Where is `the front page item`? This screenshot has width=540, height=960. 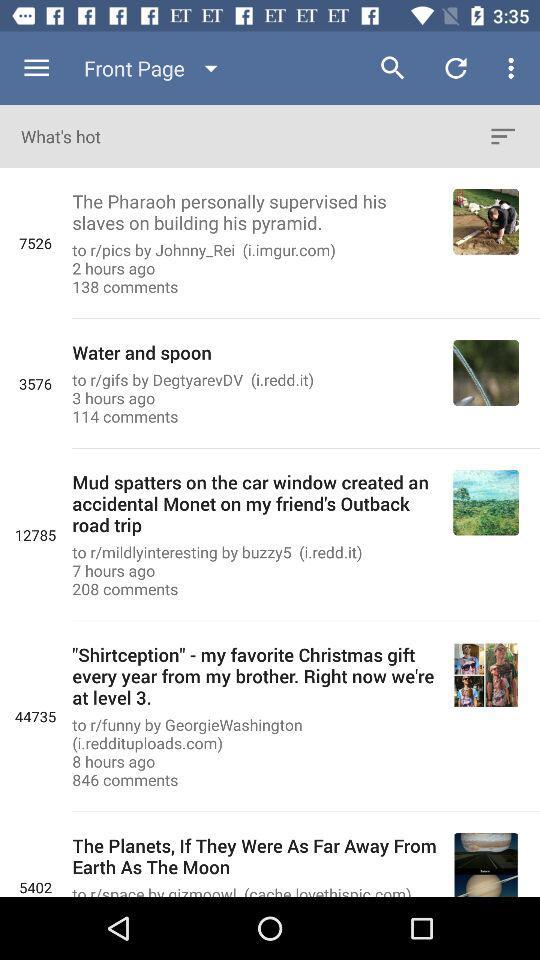 the front page item is located at coordinates (154, 68).